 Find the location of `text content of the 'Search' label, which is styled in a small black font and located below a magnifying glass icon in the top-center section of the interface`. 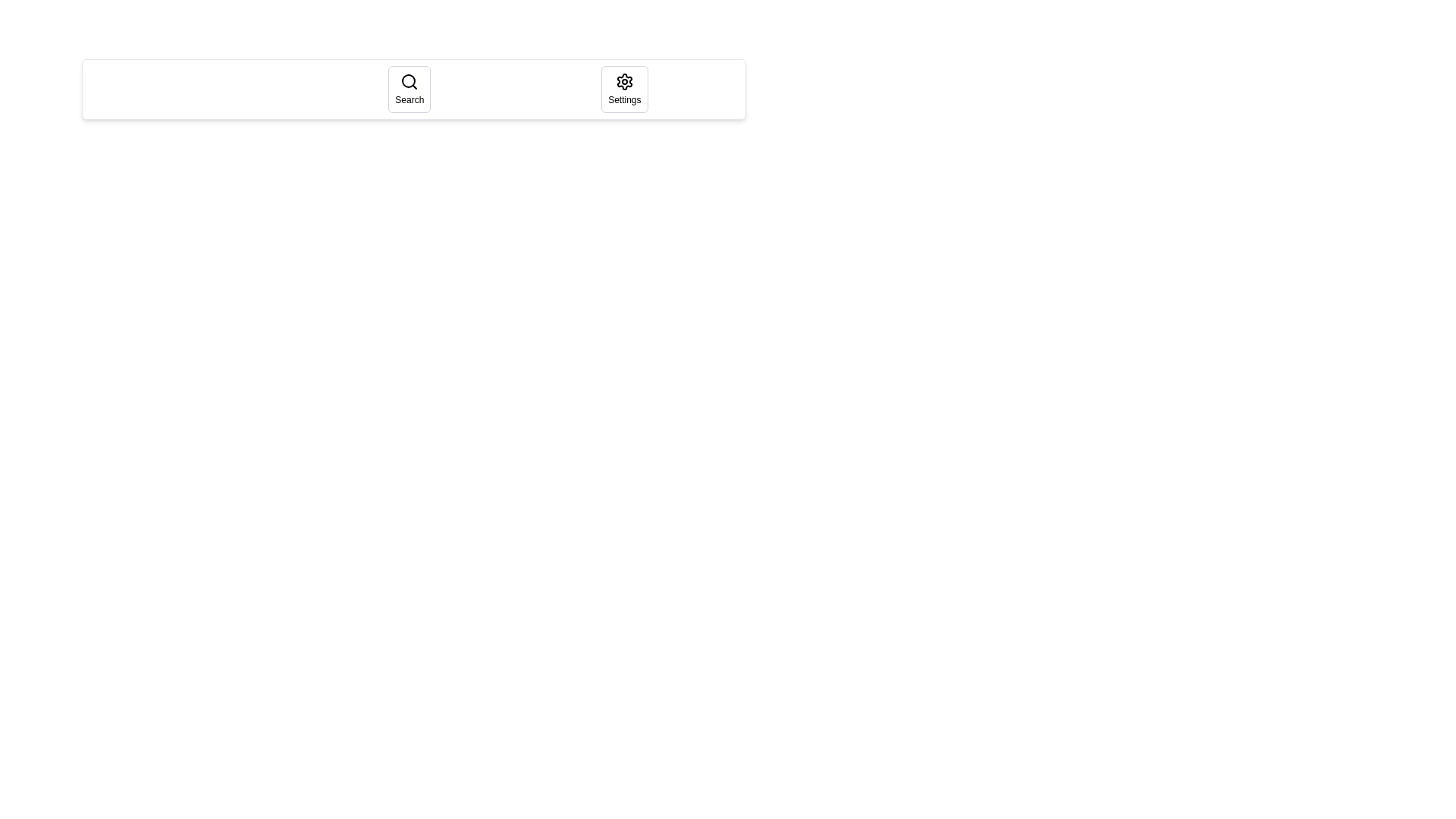

text content of the 'Search' label, which is styled in a small black font and located below a magnifying glass icon in the top-center section of the interface is located at coordinates (409, 99).